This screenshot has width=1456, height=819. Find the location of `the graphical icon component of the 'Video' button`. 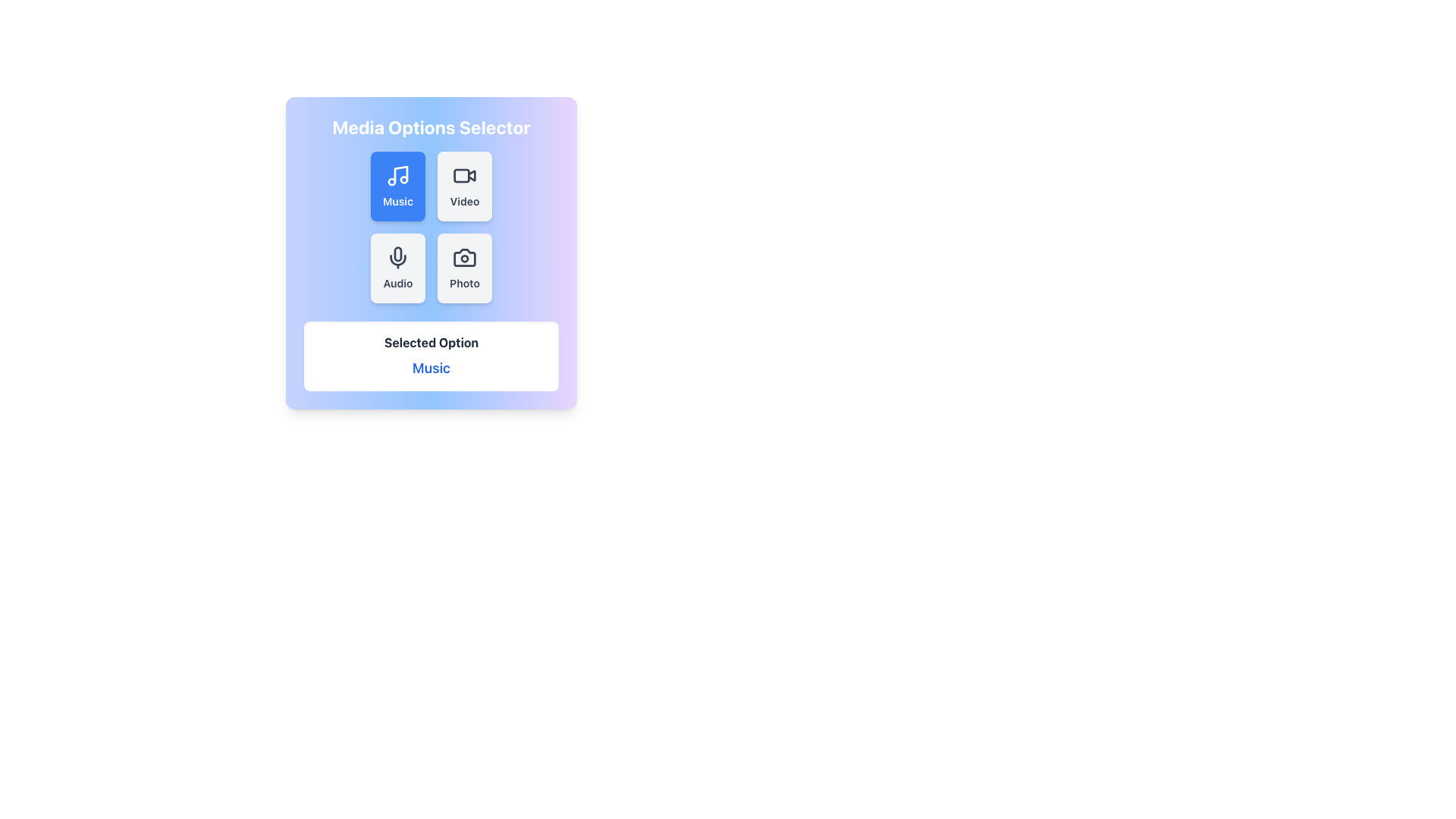

the graphical icon component of the 'Video' button is located at coordinates (461, 174).